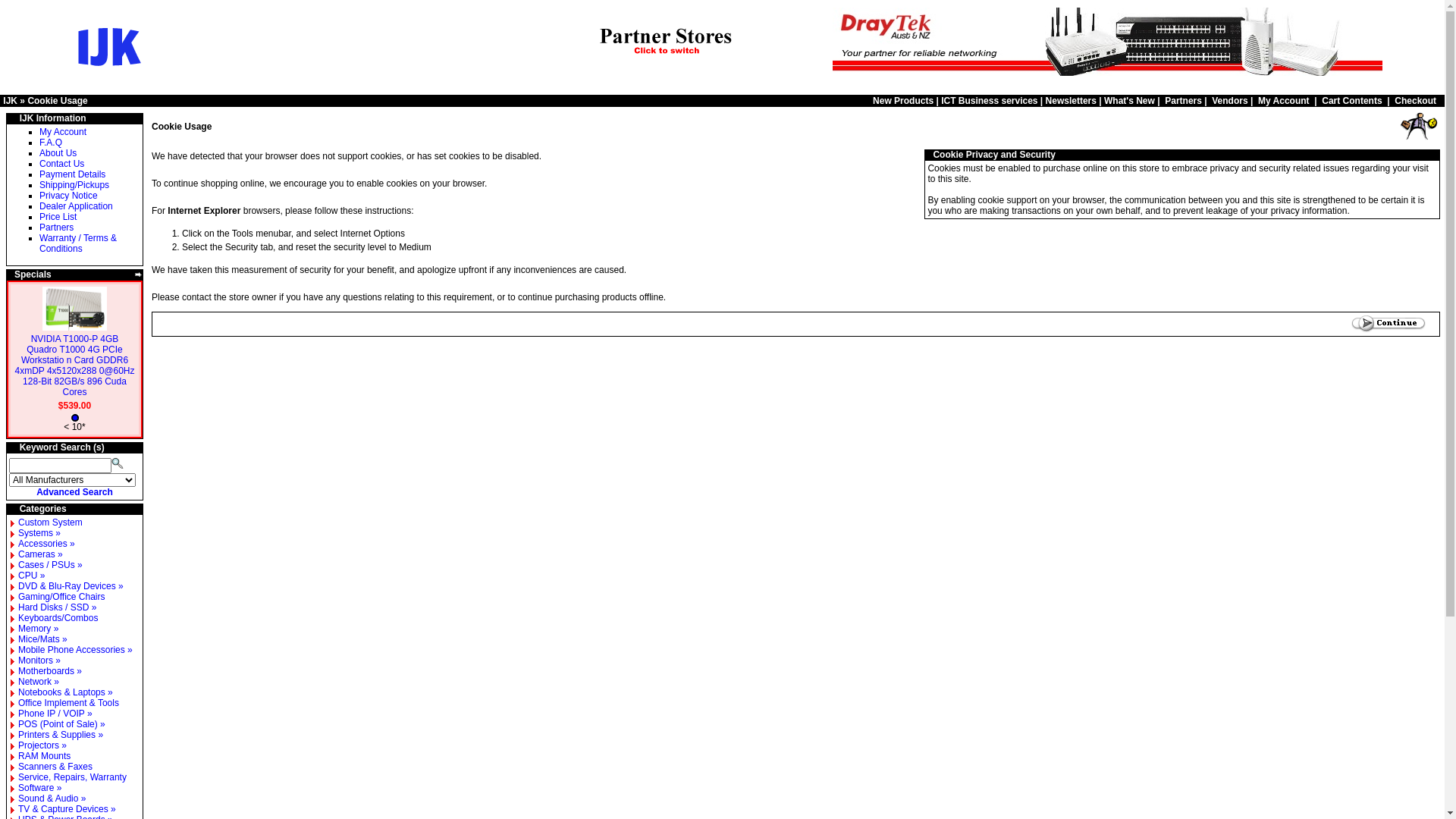 This screenshot has width=1456, height=819. Describe the element at coordinates (118, 461) in the screenshot. I see `' Search '` at that location.